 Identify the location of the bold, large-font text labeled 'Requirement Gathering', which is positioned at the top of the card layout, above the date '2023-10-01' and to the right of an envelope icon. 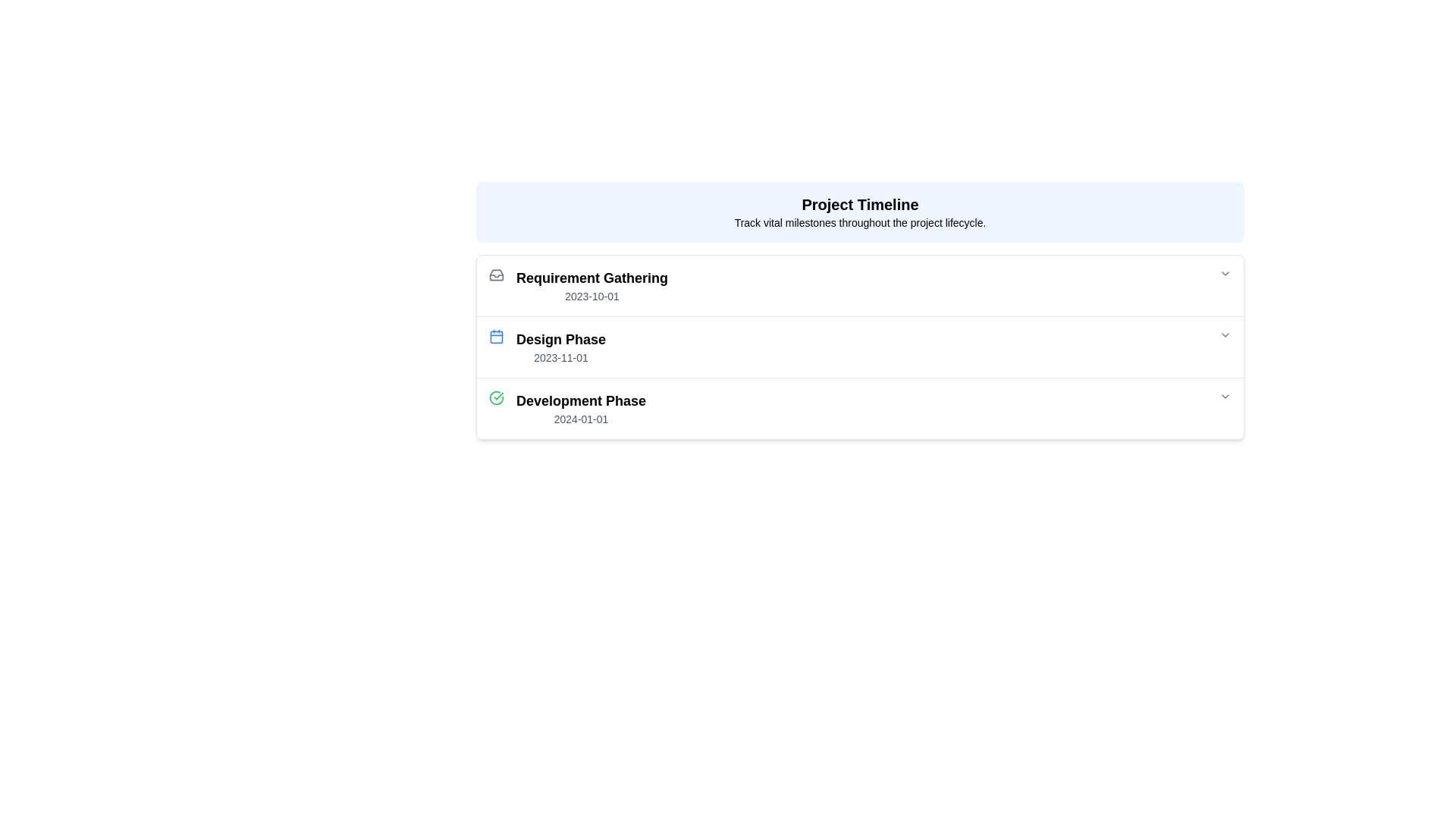
(591, 278).